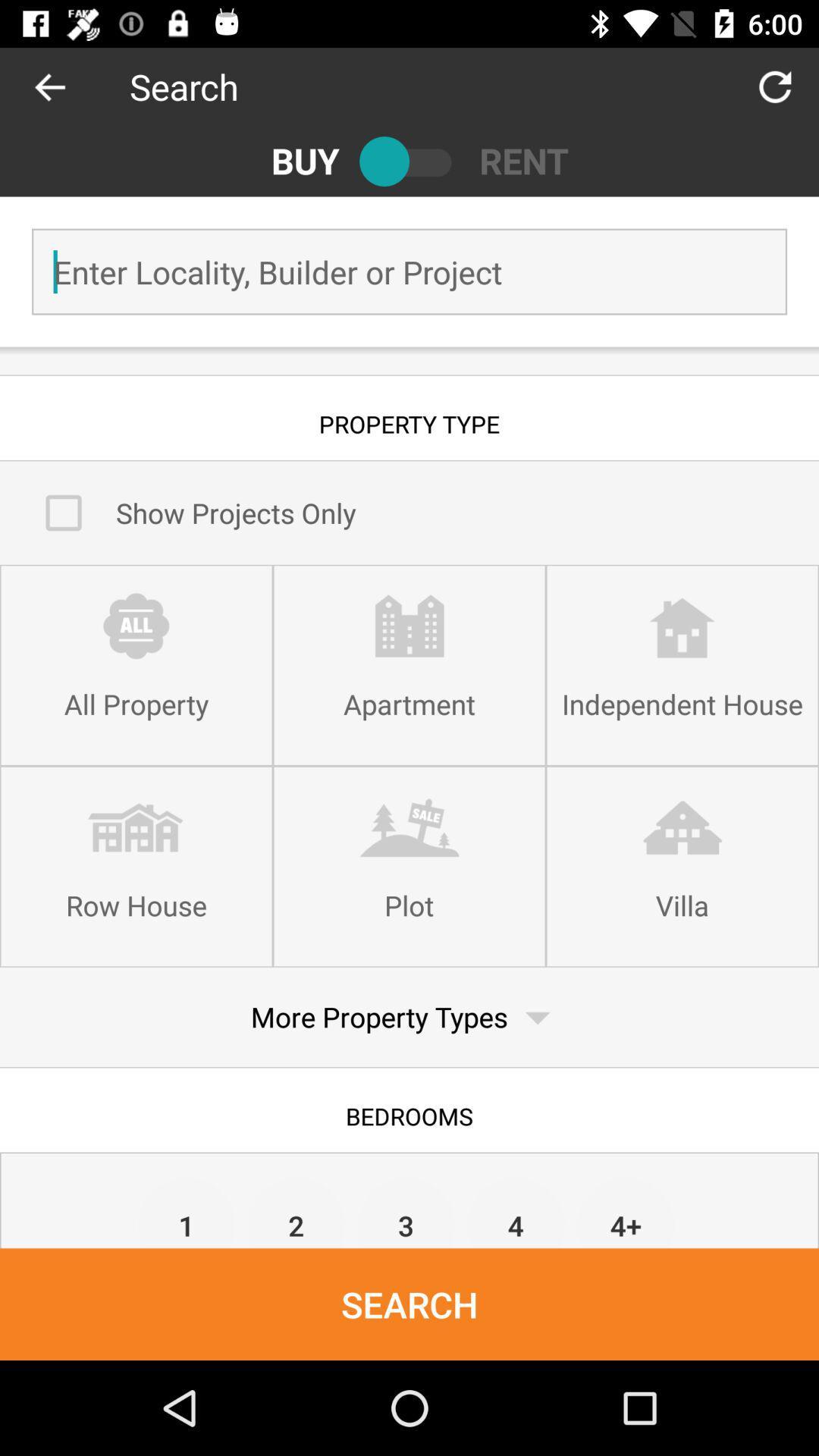  Describe the element at coordinates (297, 1211) in the screenshot. I see `the 2 icon` at that location.